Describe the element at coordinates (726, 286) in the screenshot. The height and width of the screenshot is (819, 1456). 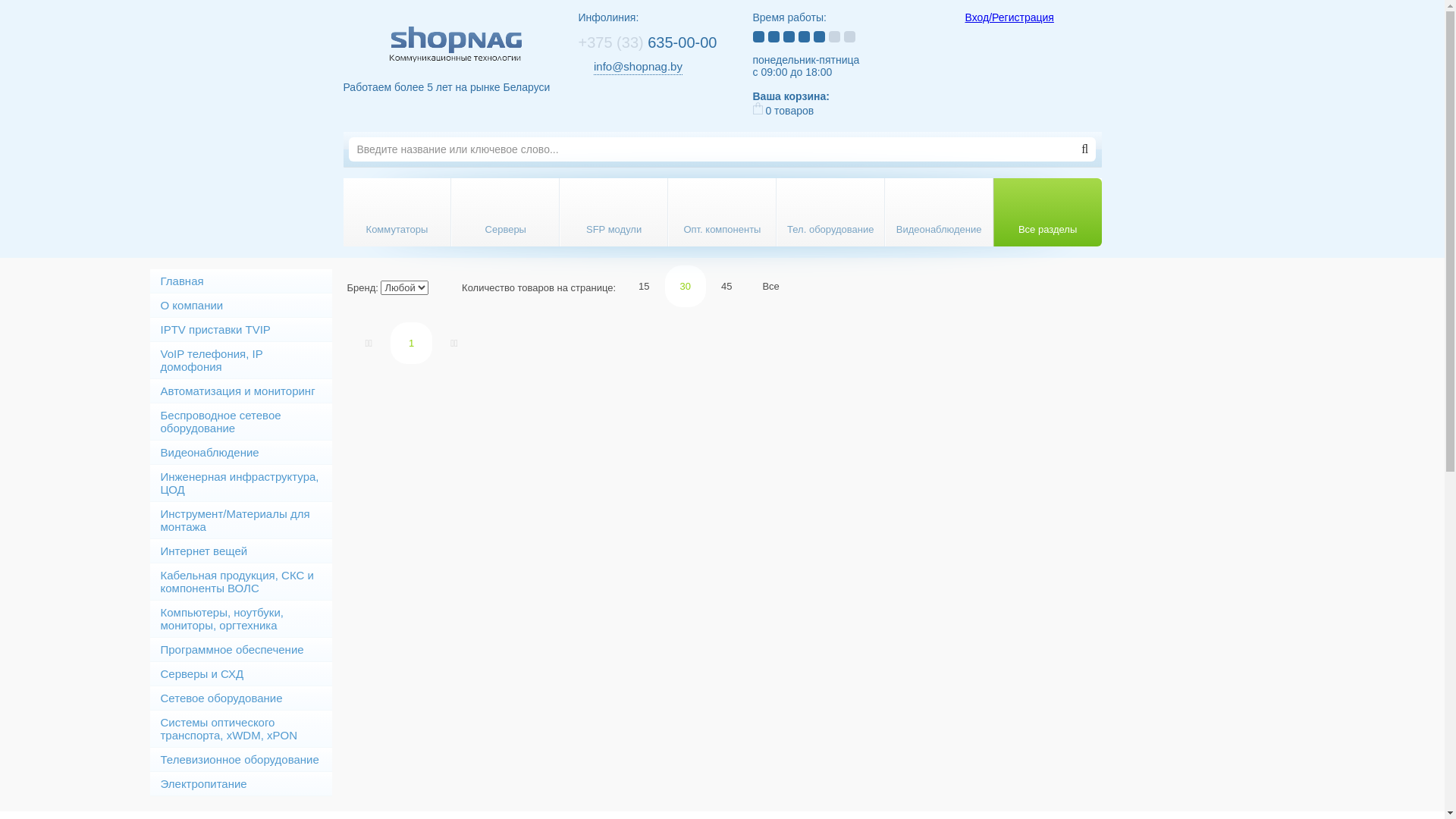
I see `'45'` at that location.